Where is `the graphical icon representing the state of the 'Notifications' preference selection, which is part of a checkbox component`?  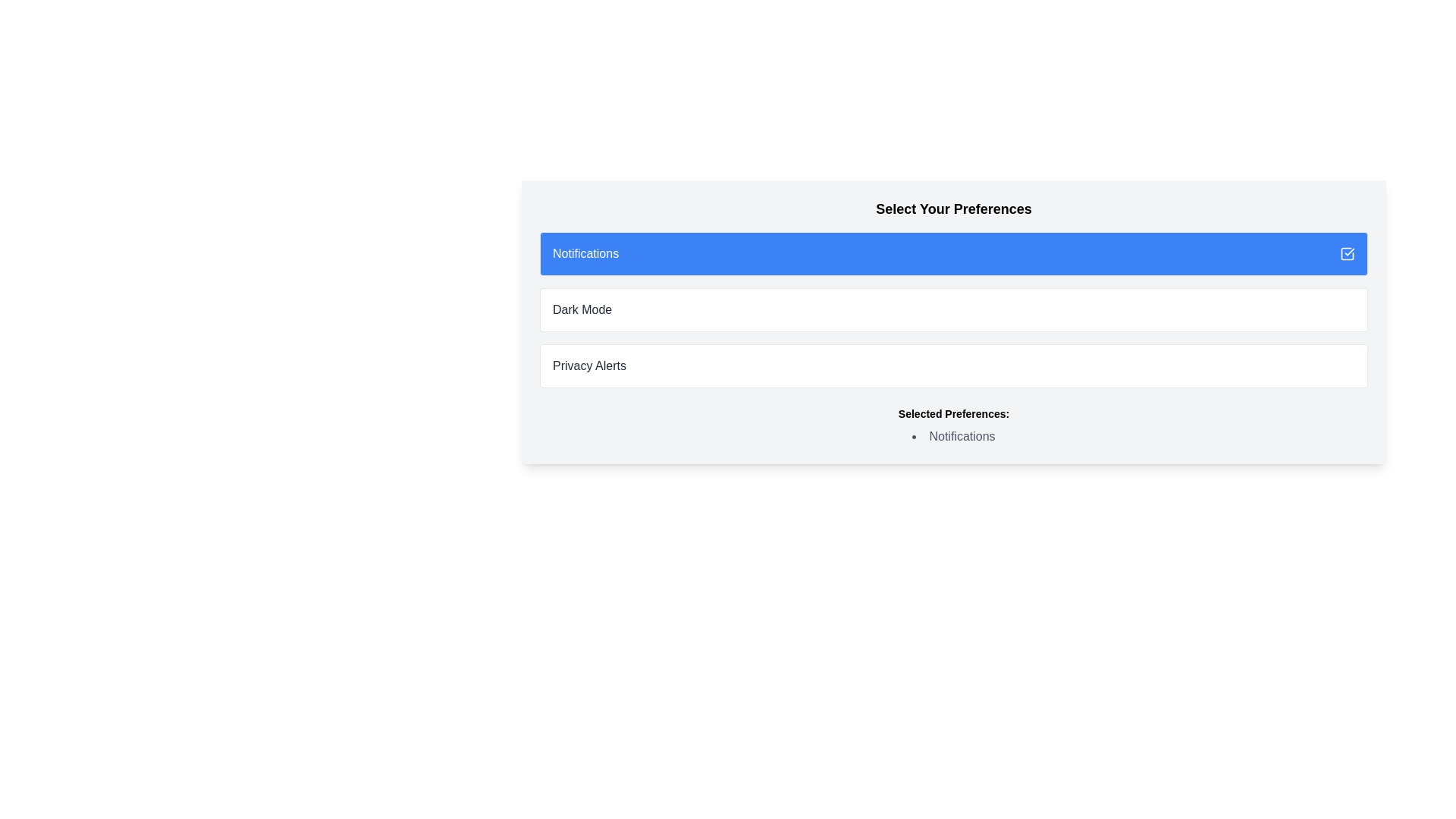
the graphical icon representing the state of the 'Notifications' preference selection, which is part of a checkbox component is located at coordinates (1347, 253).